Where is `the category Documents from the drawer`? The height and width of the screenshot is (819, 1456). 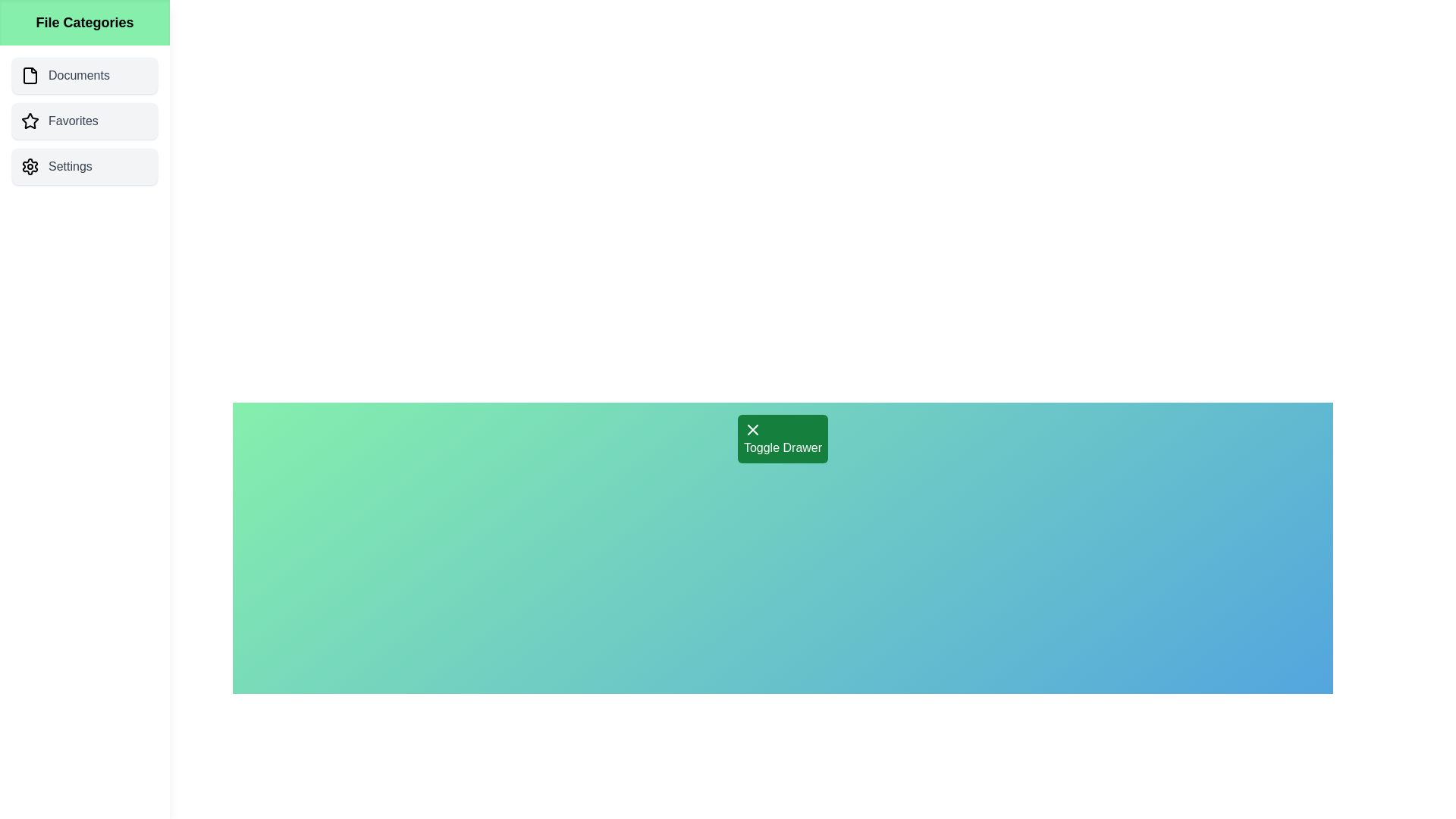 the category Documents from the drawer is located at coordinates (83, 76).